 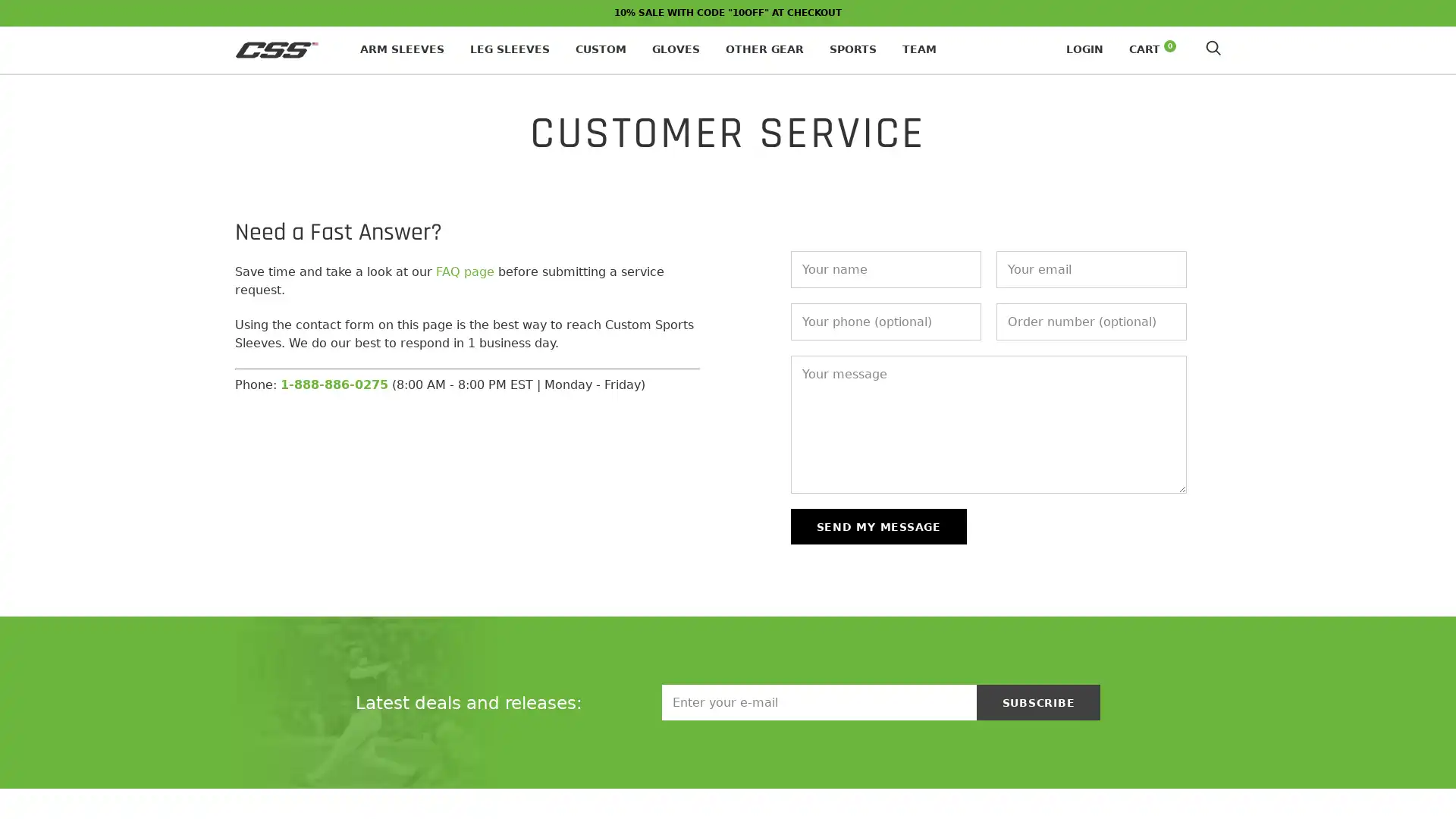 I want to click on Send my message, so click(x=877, y=526).